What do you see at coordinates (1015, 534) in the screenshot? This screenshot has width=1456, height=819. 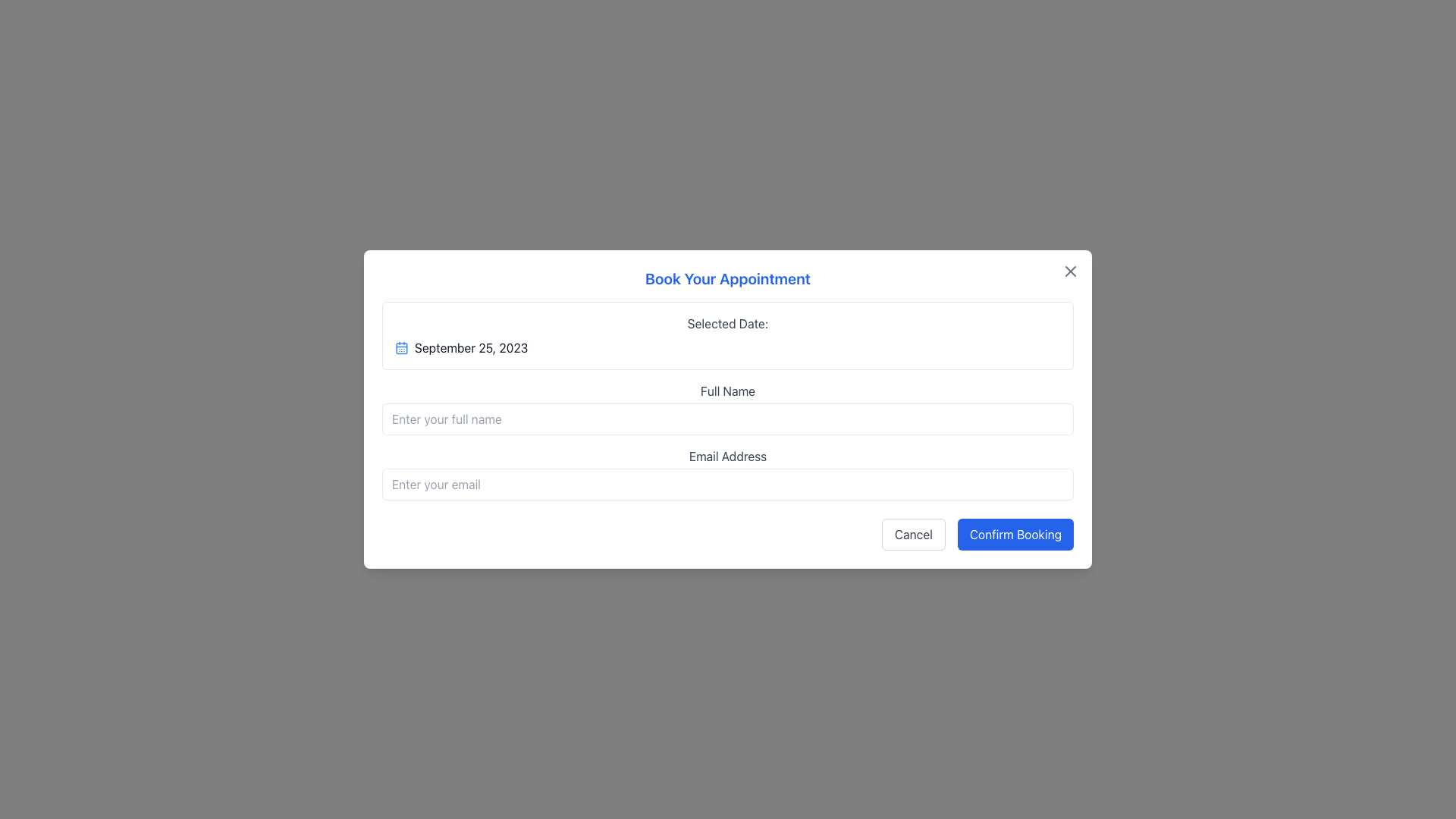 I see `the 'Confirm Booking' button, which is a rectangular button with rounded corners, styled with a blue background and white text, located at the bottom-right corner of the modal dialog box` at bounding box center [1015, 534].